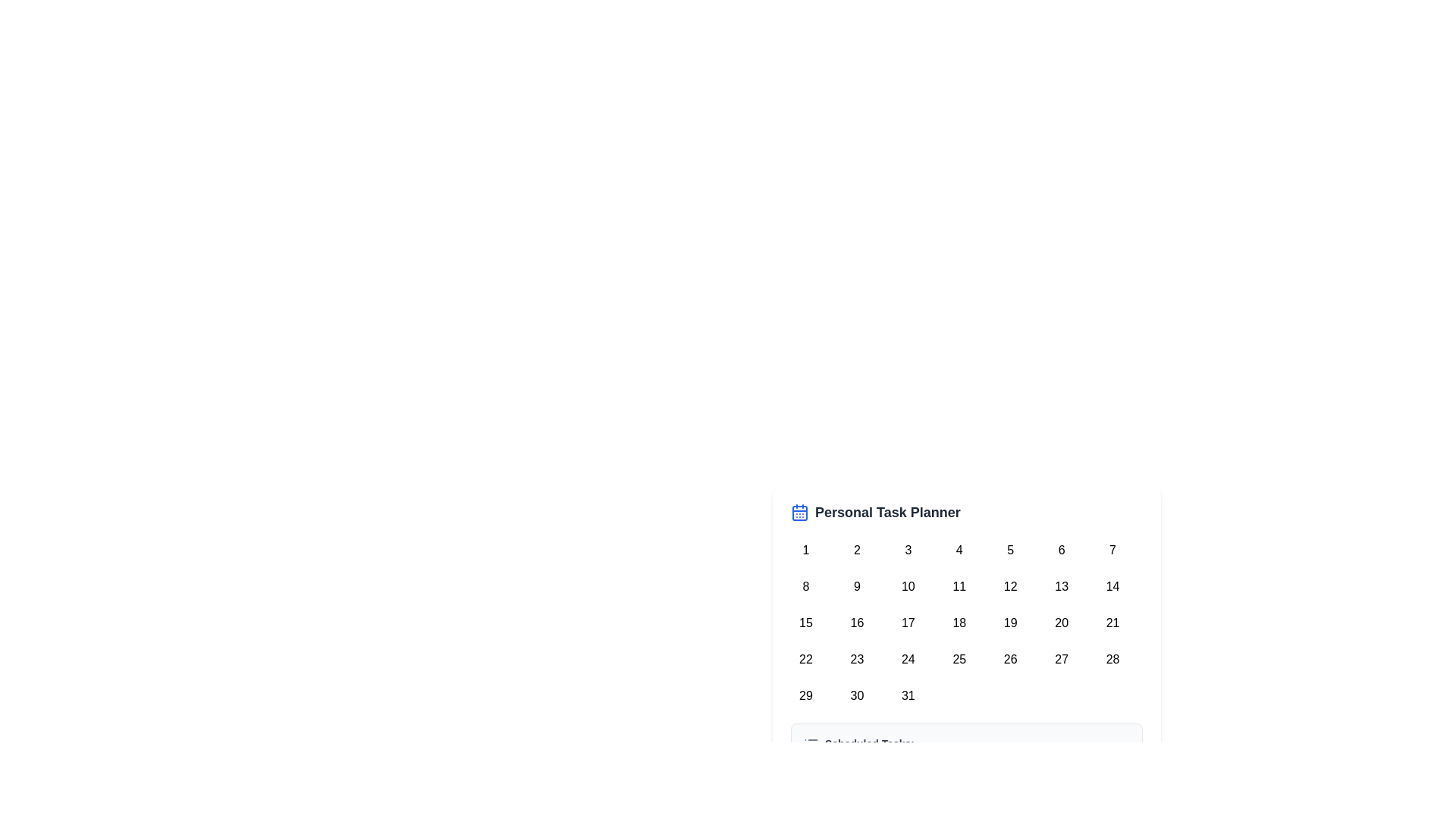 The height and width of the screenshot is (819, 1456). Describe the element at coordinates (1112, 623) in the screenshot. I see `the calendar day button for the 21st of the month` at that location.